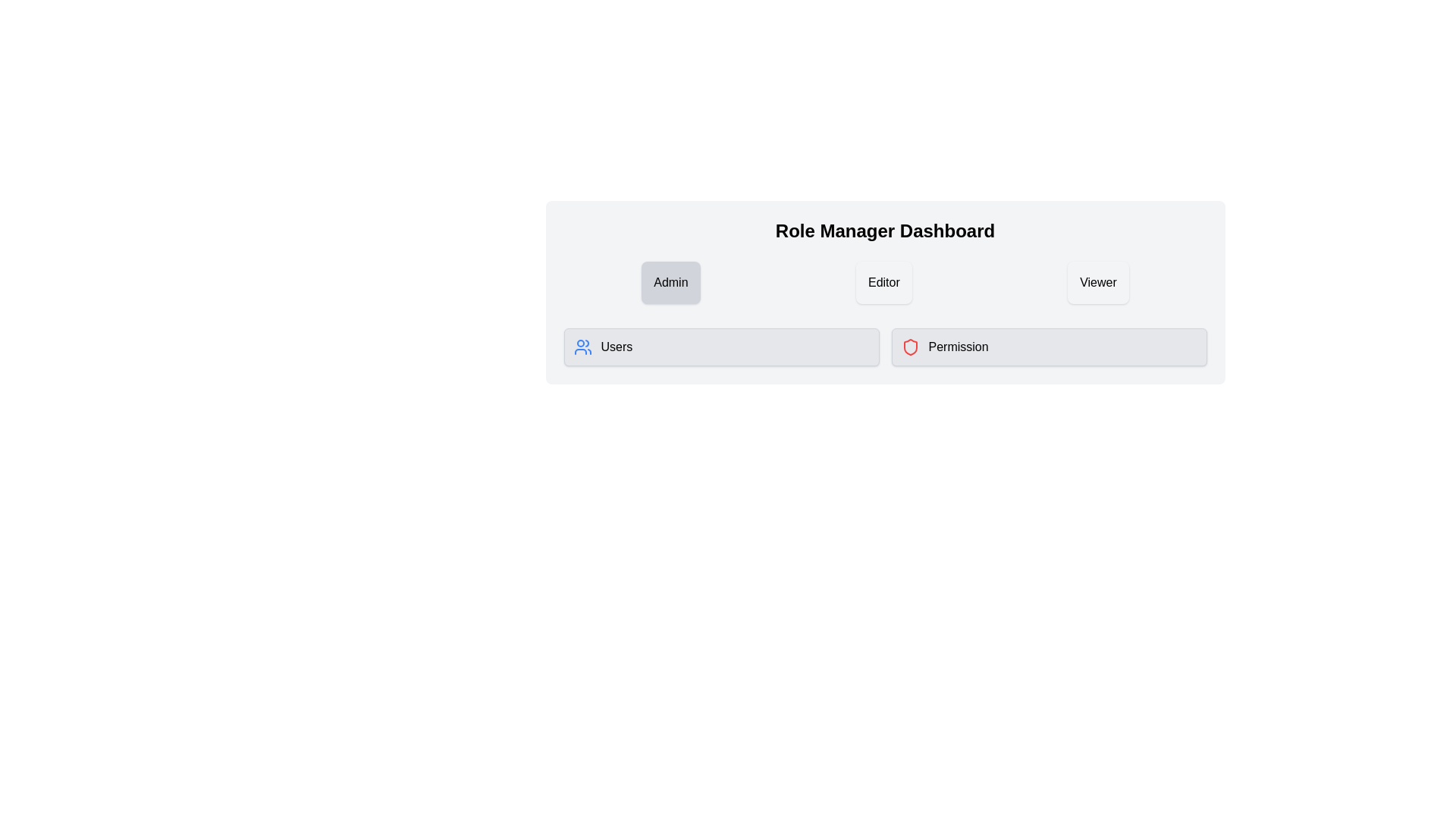  I want to click on the selectable button labeled 'Editor', so click(883, 283).